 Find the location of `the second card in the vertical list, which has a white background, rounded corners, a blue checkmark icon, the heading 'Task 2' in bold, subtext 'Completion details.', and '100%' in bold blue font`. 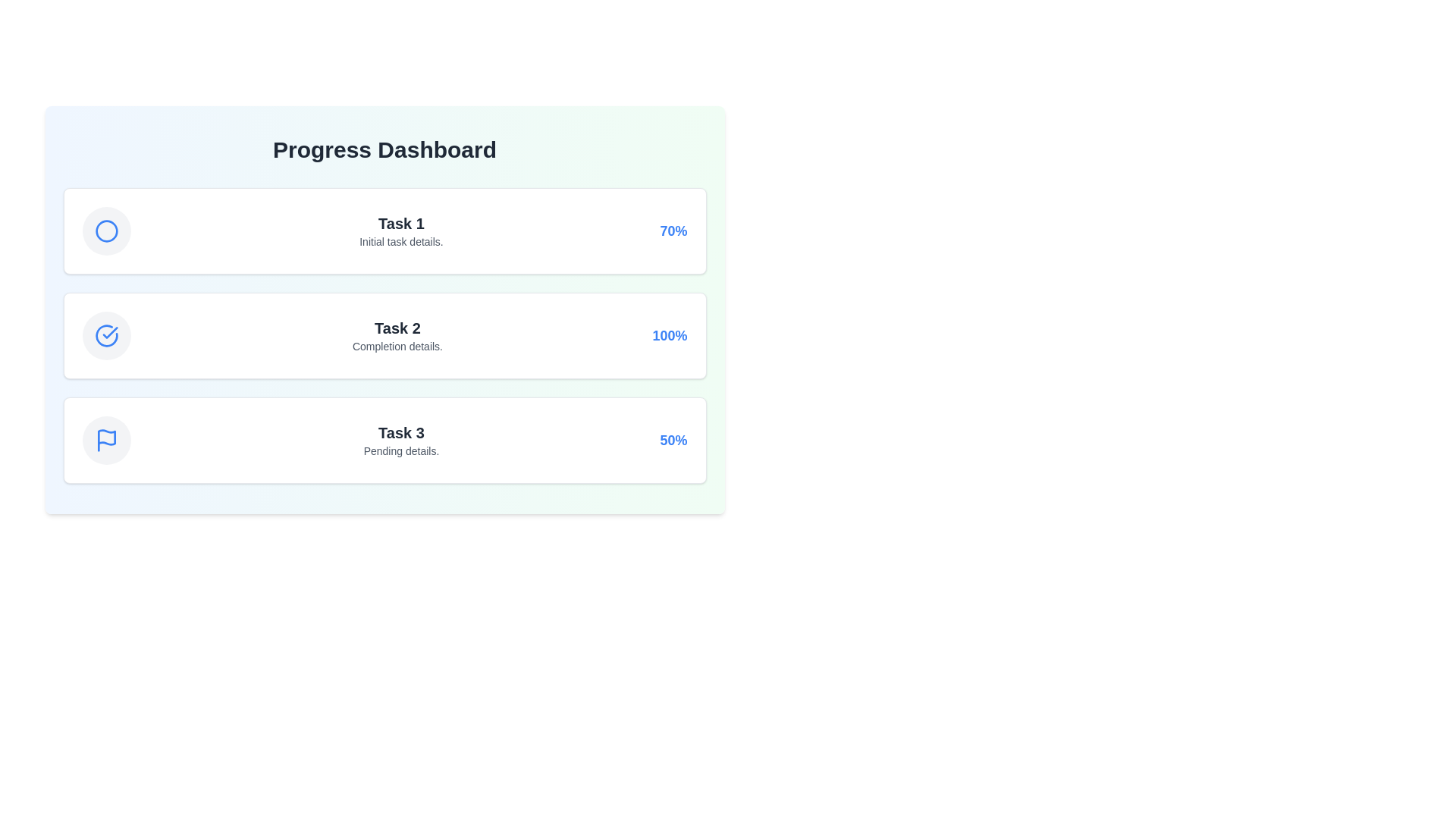

the second card in the vertical list, which has a white background, rounded corners, a blue checkmark icon, the heading 'Task 2' in bold, subtext 'Completion details.', and '100%' in bold blue font is located at coordinates (384, 335).